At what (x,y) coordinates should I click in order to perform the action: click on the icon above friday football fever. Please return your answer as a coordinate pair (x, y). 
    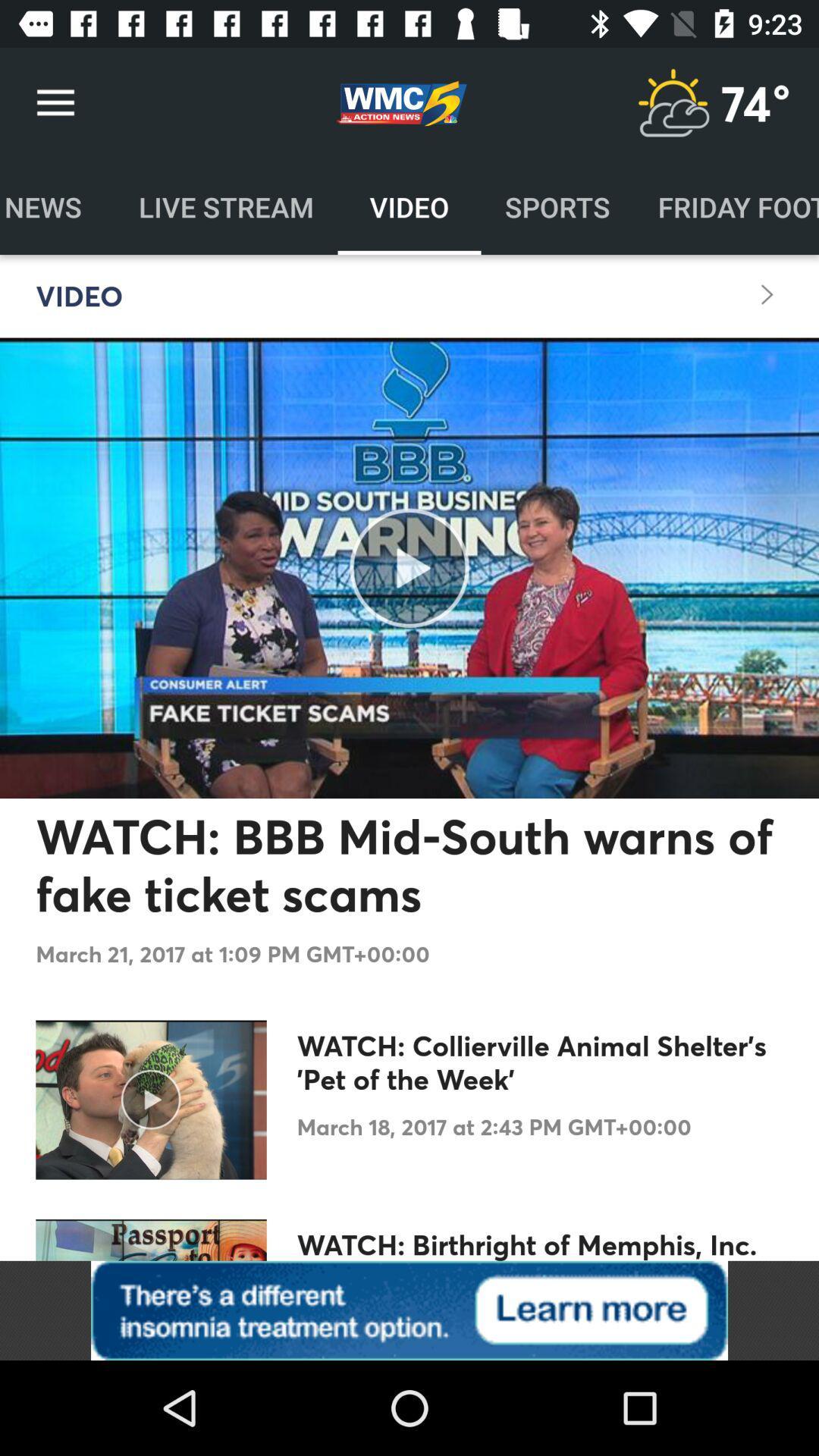
    Looking at the image, I should click on (756, 102).